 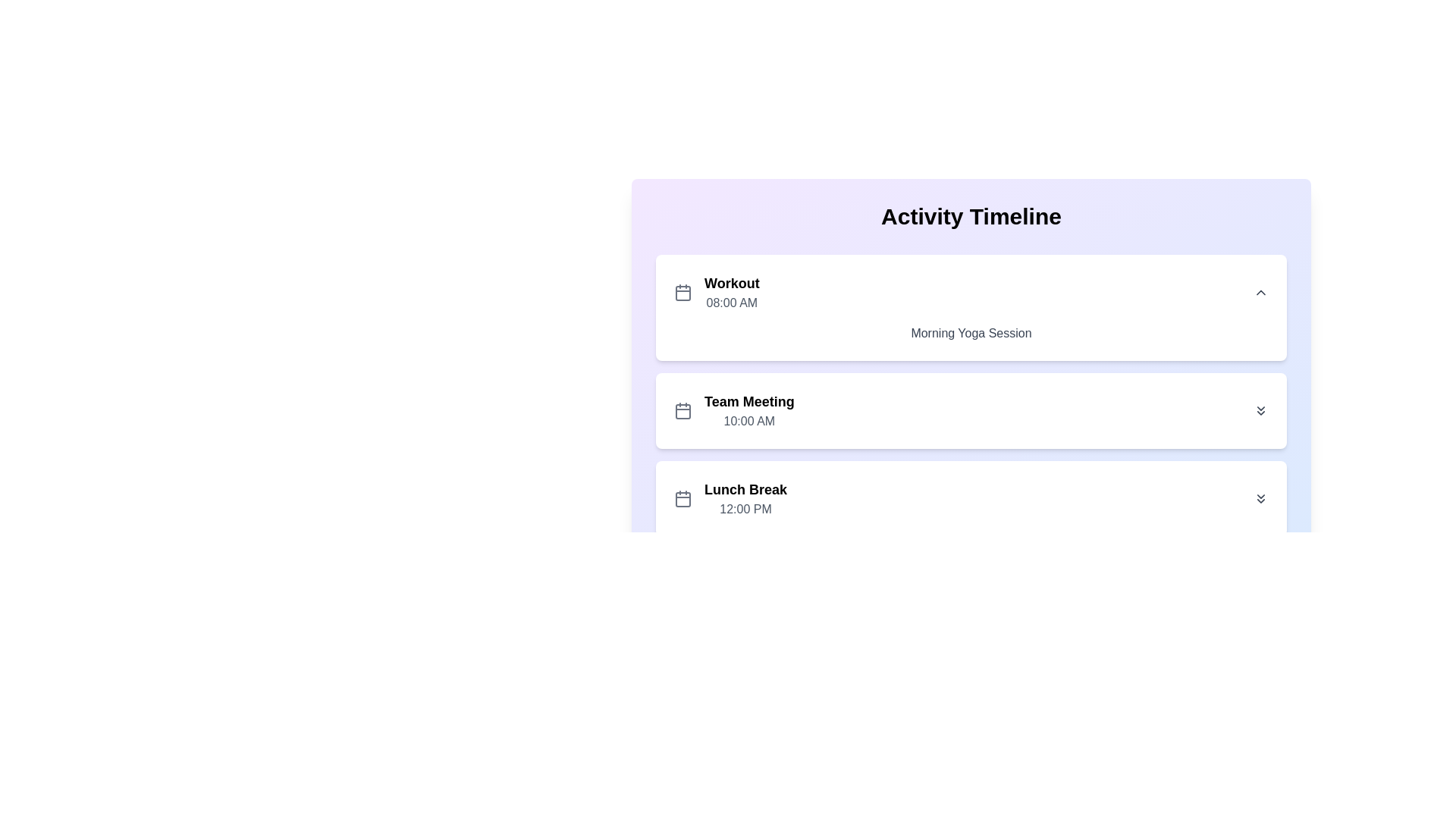 I want to click on the 'Team Meeting' card component in the 'Activity Timeline' section, which is the second card below the 'Workout' card, so click(x=971, y=411).